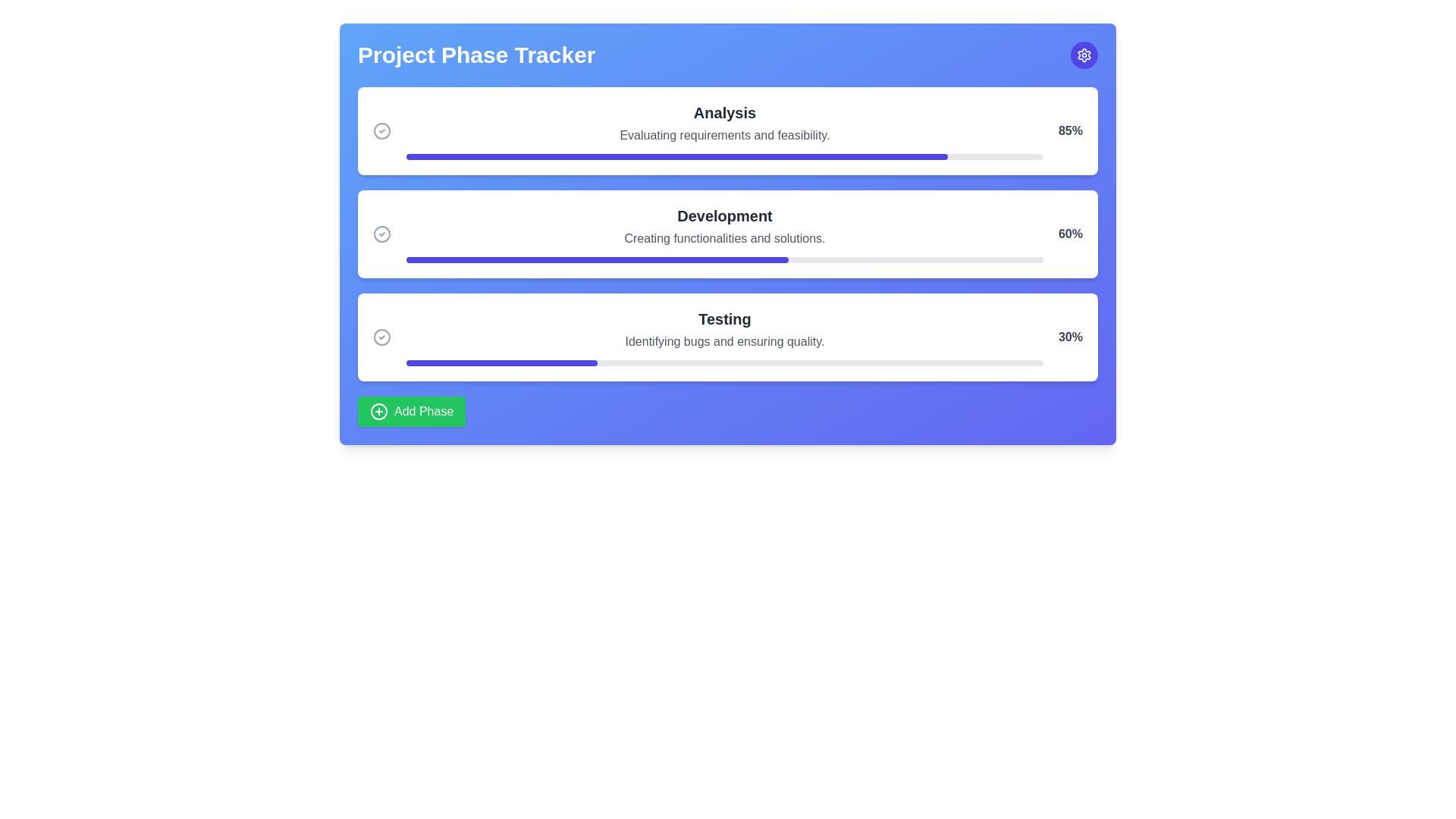 The height and width of the screenshot is (819, 1456). What do you see at coordinates (412, 412) in the screenshot?
I see `the green 'Add Phase' button with rounded corners` at bounding box center [412, 412].